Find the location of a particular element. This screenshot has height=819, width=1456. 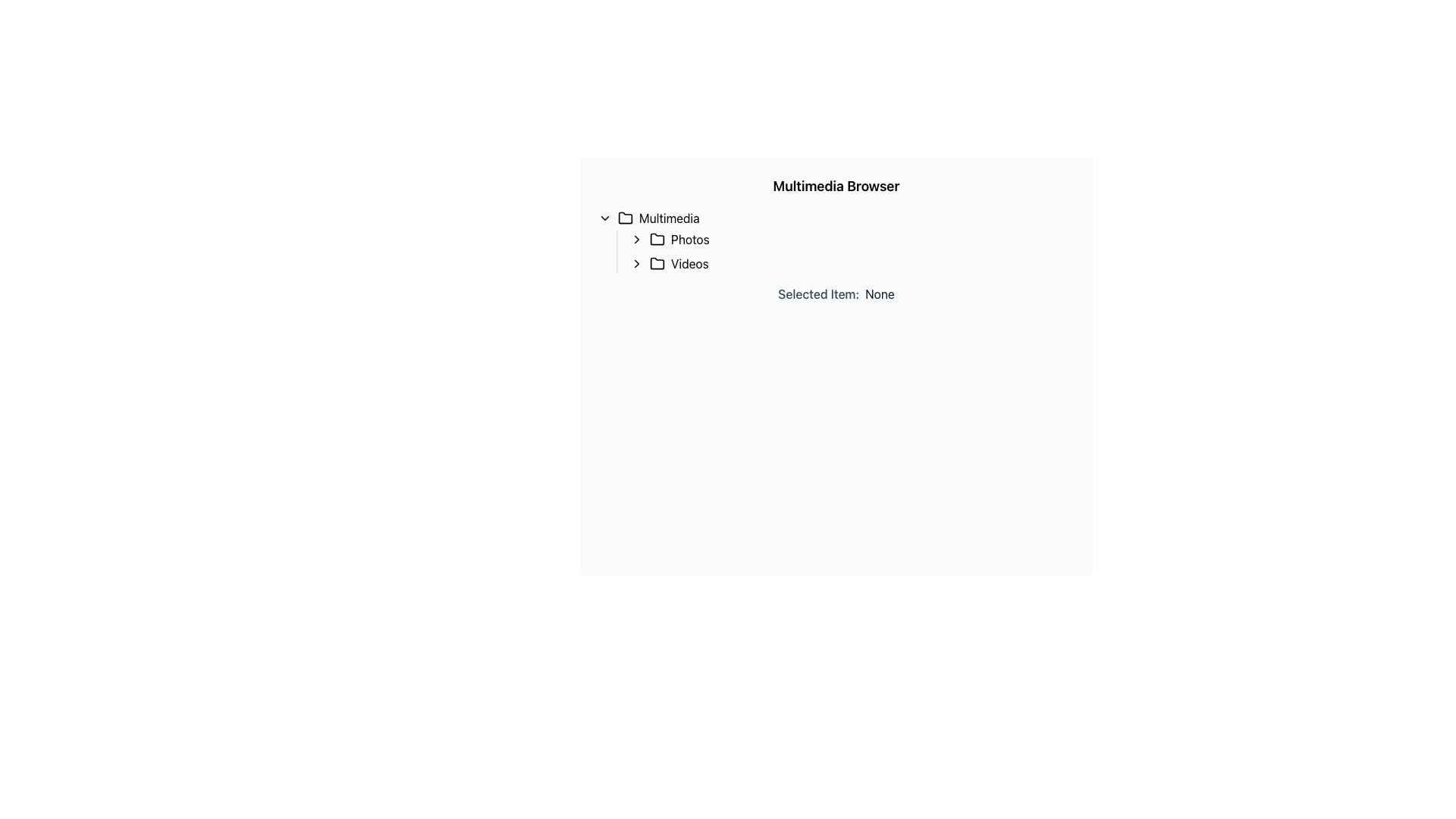

the SVG vector graphic icon representing the 'Photos' folder in the multimedia browser tree structure, which is located to the left of the 'Photos' label is located at coordinates (657, 239).